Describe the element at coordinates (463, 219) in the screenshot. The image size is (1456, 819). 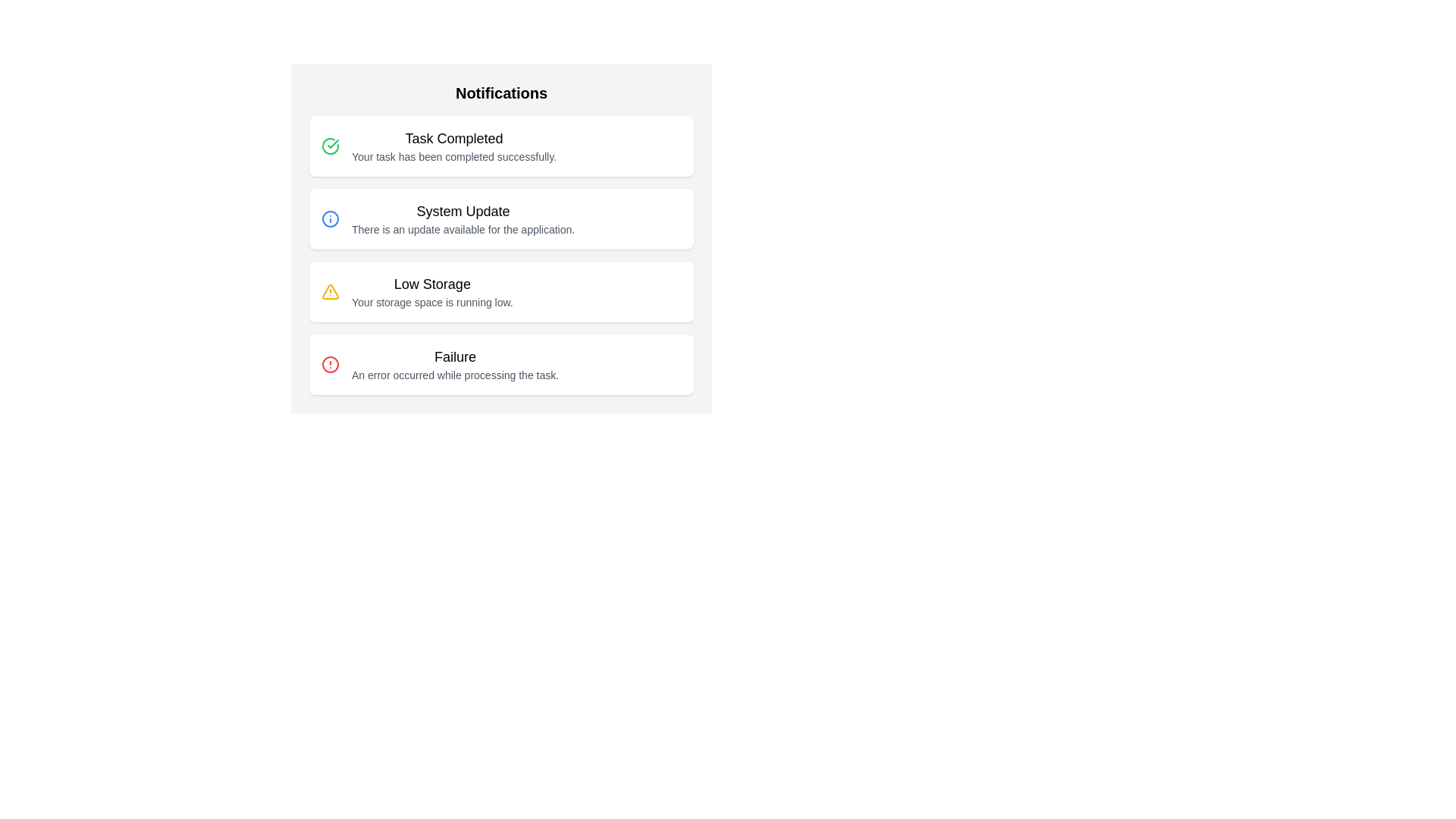
I see `the static text display that informs the user about a system update availability, located in the second notification card from the top, between 'Task Completed' and 'Low Storage'` at that location.